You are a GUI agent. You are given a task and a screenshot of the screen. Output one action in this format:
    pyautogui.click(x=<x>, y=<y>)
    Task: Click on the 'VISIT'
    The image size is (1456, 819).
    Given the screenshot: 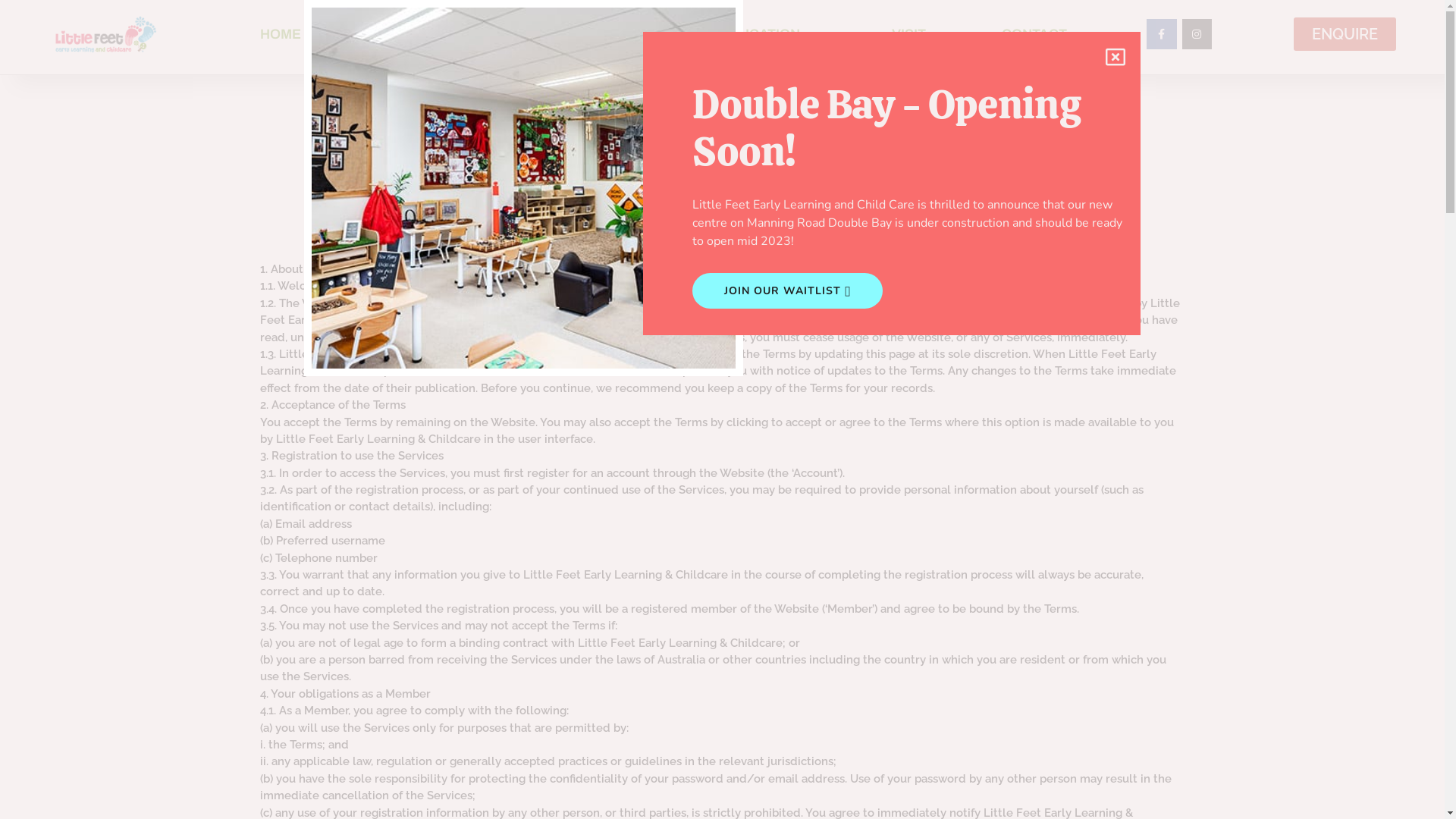 What is the action you would take?
    pyautogui.click(x=858, y=34)
    